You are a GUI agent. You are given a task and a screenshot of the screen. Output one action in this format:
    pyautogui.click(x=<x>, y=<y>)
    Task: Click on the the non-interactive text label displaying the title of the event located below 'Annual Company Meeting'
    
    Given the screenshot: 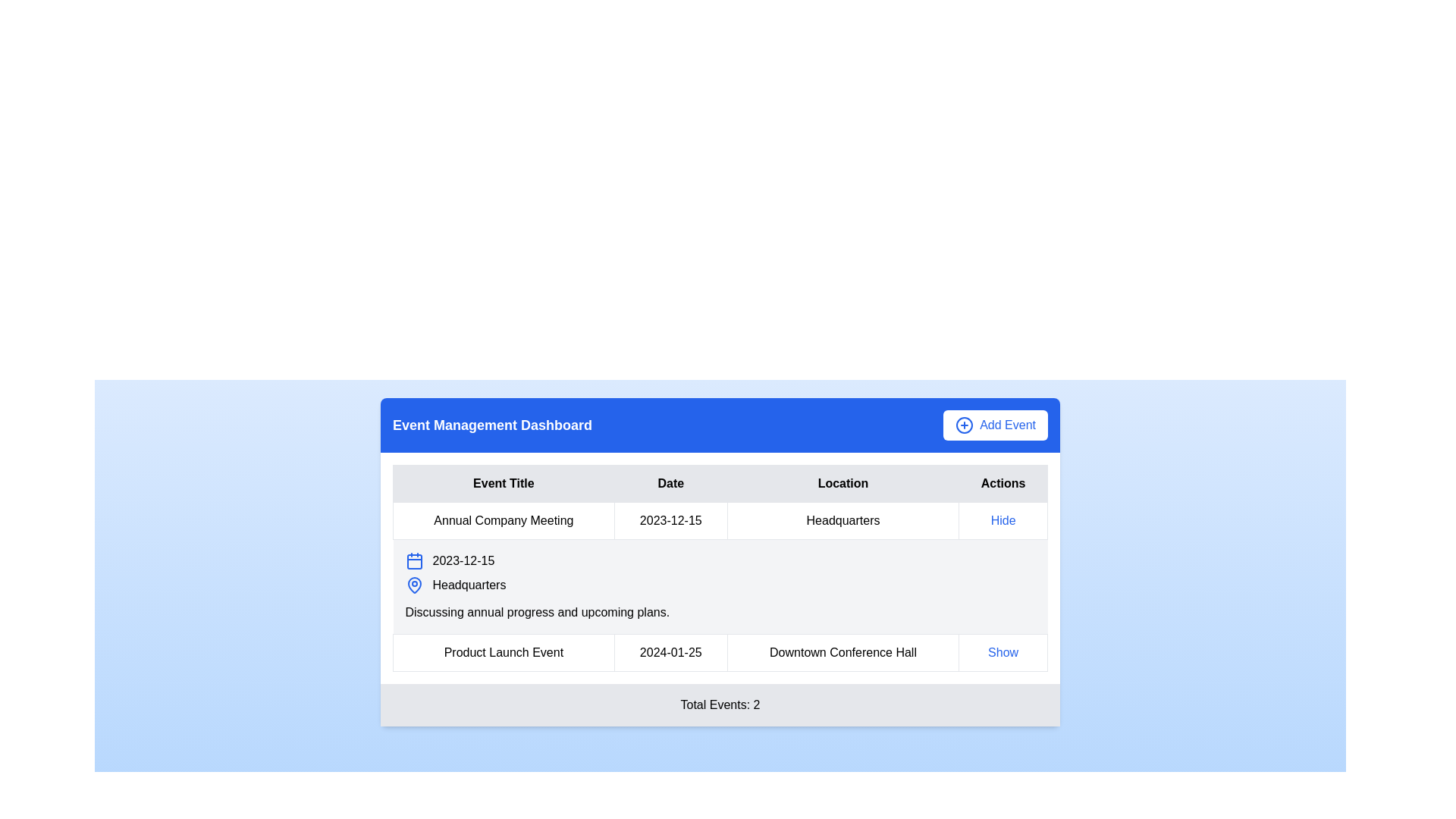 What is the action you would take?
    pyautogui.click(x=504, y=651)
    